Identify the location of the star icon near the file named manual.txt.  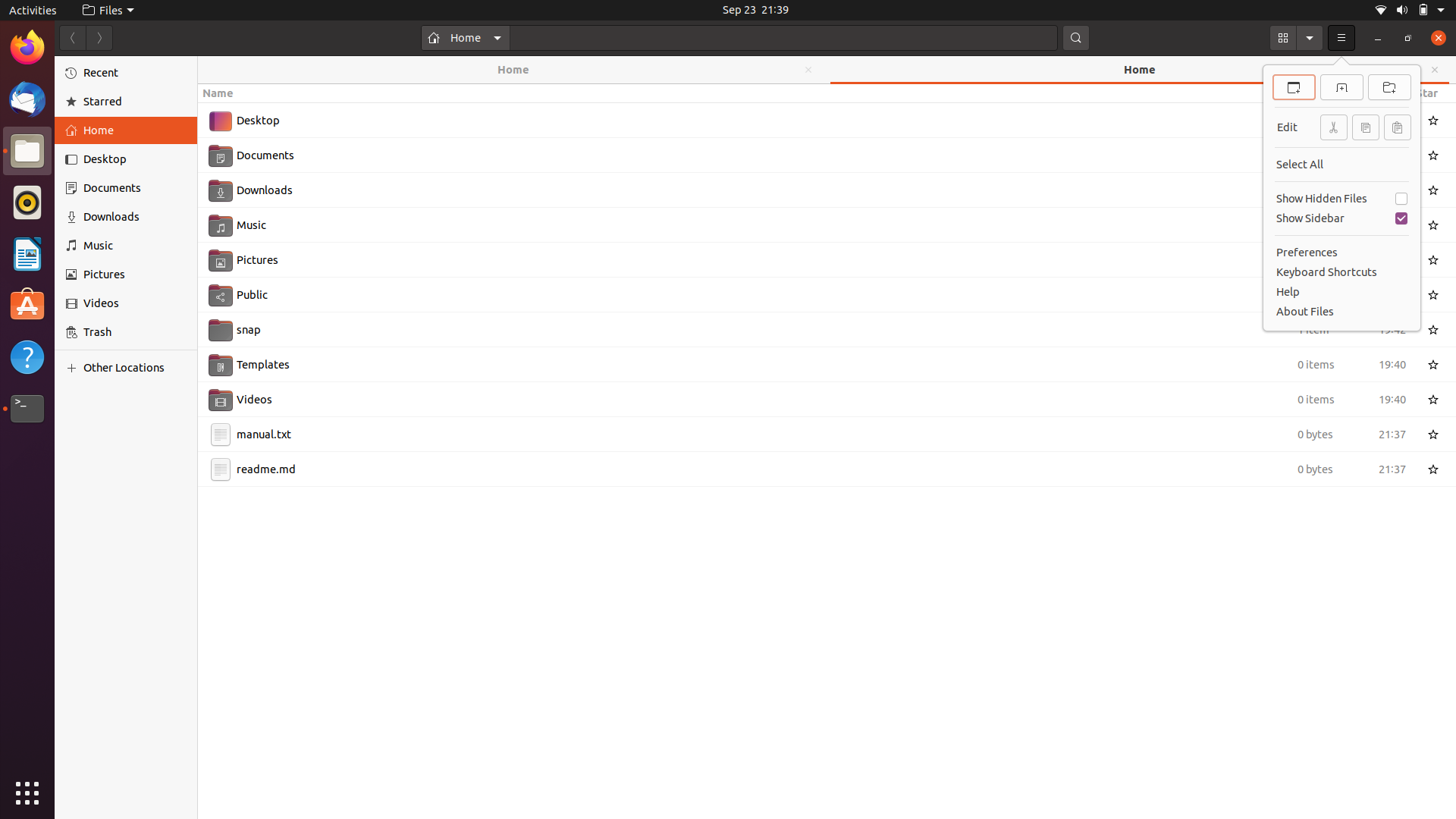
(1434, 432).